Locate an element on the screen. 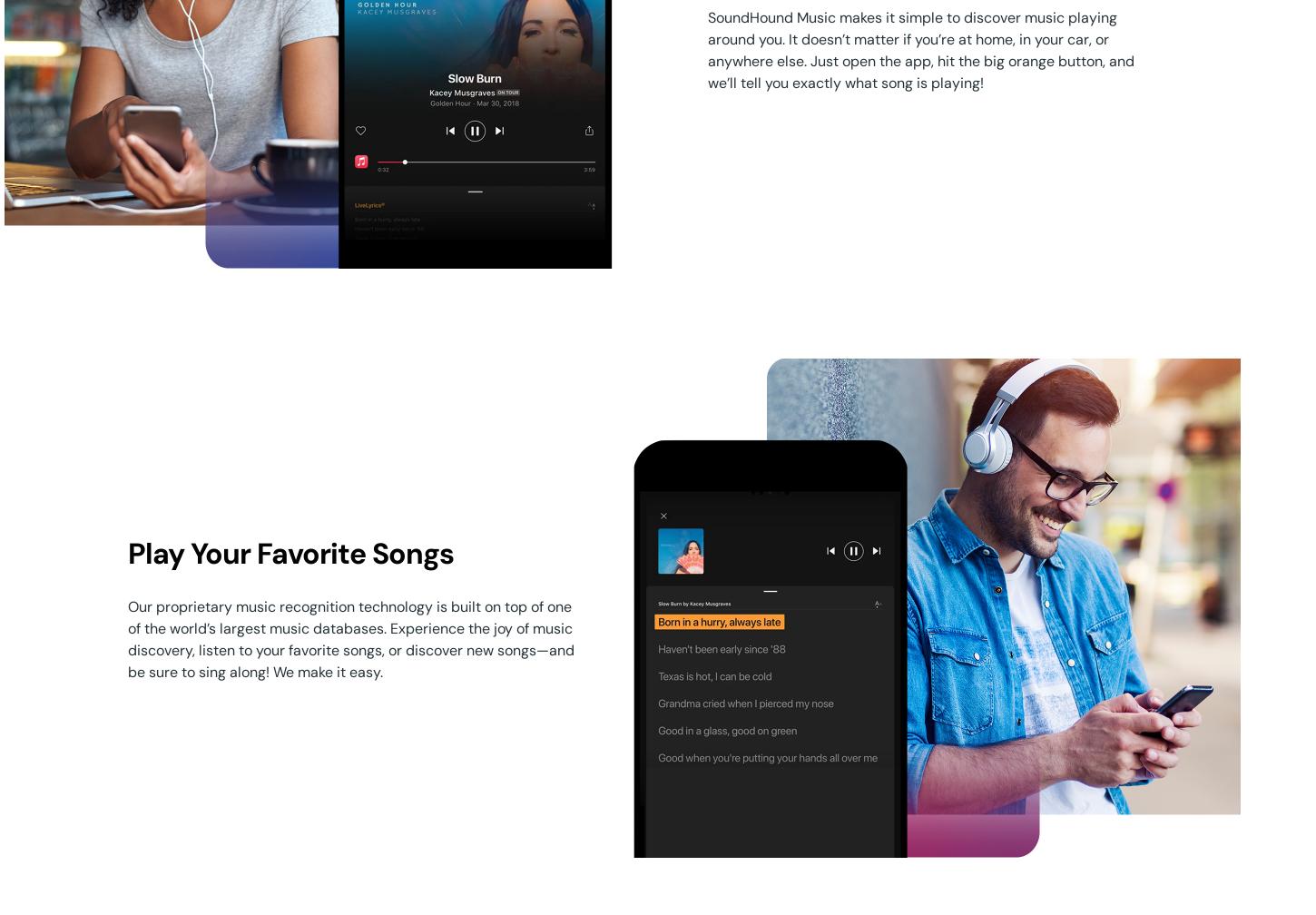 This screenshot has width=1316, height=915. 'Terms' is located at coordinates (732, 824).